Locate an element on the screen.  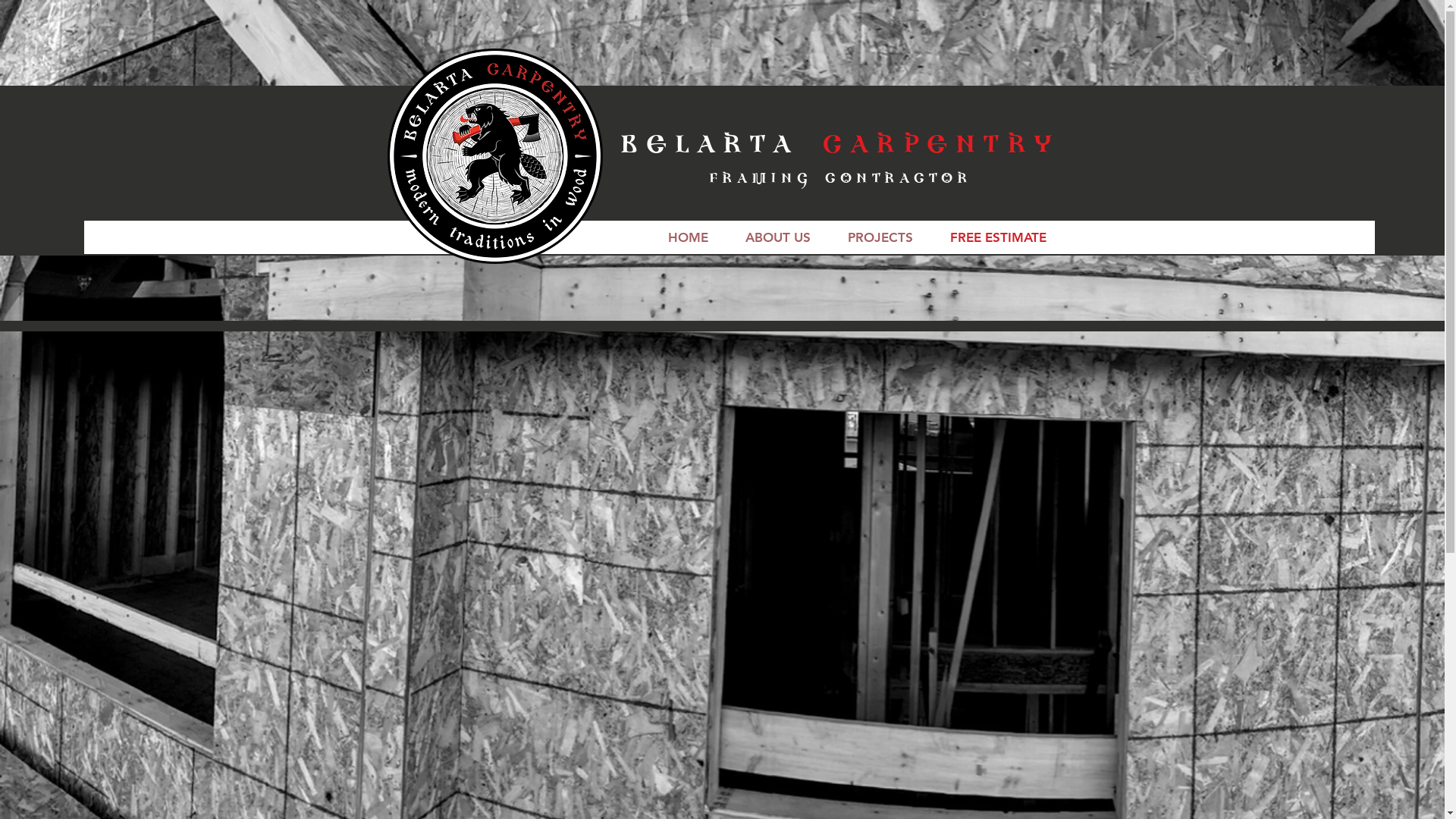
'ABOUT US' is located at coordinates (726, 237).